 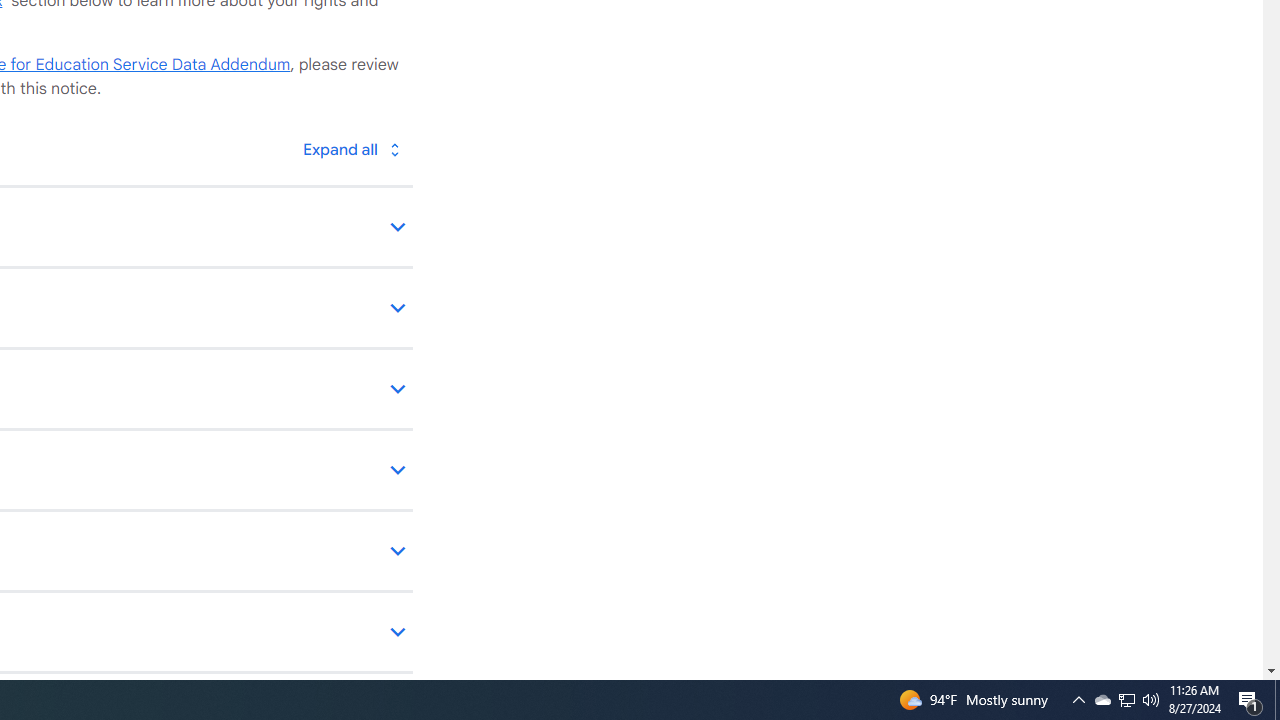 What do you see at coordinates (351, 148) in the screenshot?
I see `'Toggle all'` at bounding box center [351, 148].